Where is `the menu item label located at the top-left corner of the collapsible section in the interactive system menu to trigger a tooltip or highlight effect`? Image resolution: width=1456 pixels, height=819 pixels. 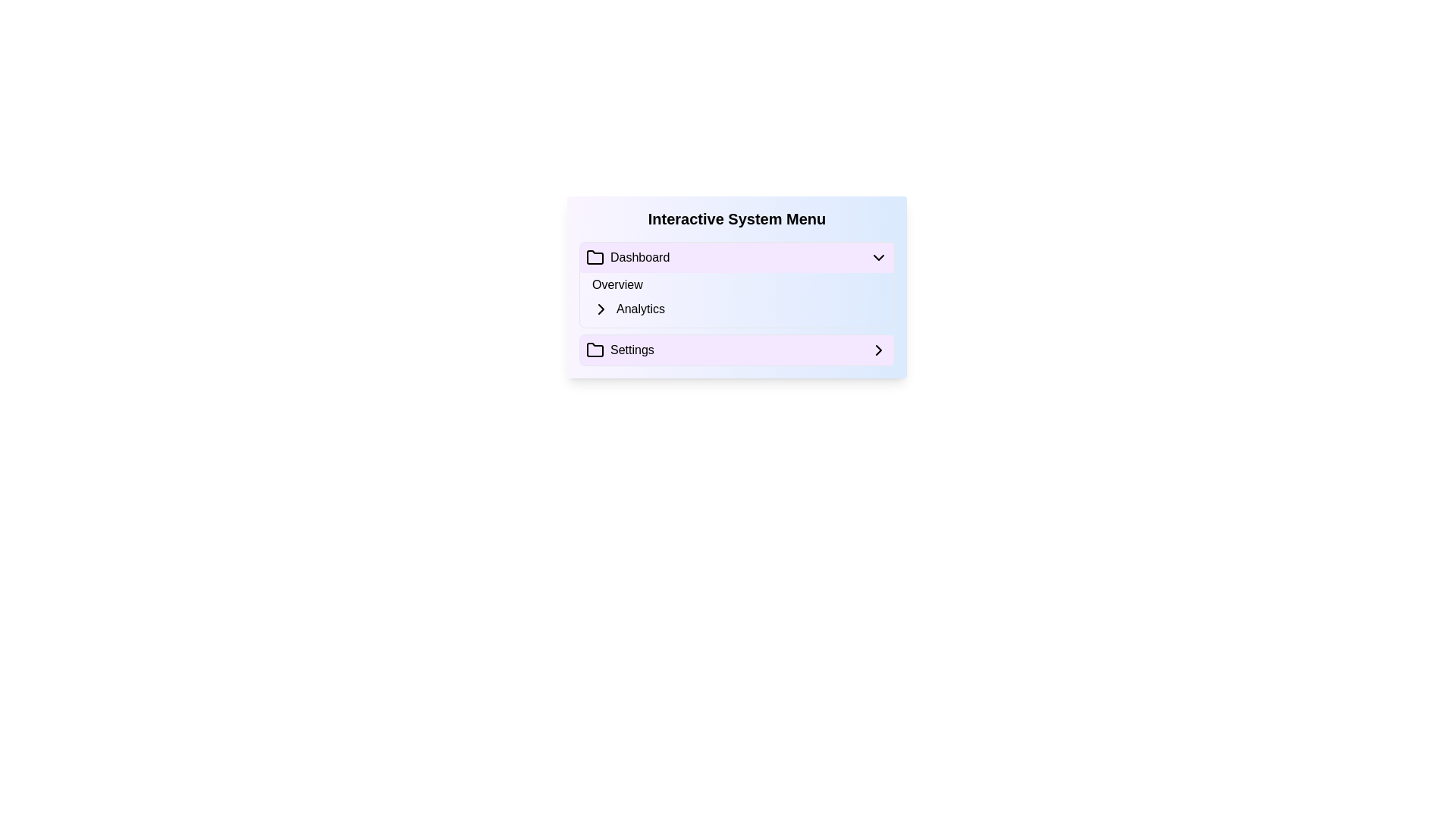 the menu item label located at the top-left corner of the collapsible section in the interactive system menu to trigger a tooltip or highlight effect is located at coordinates (628, 256).